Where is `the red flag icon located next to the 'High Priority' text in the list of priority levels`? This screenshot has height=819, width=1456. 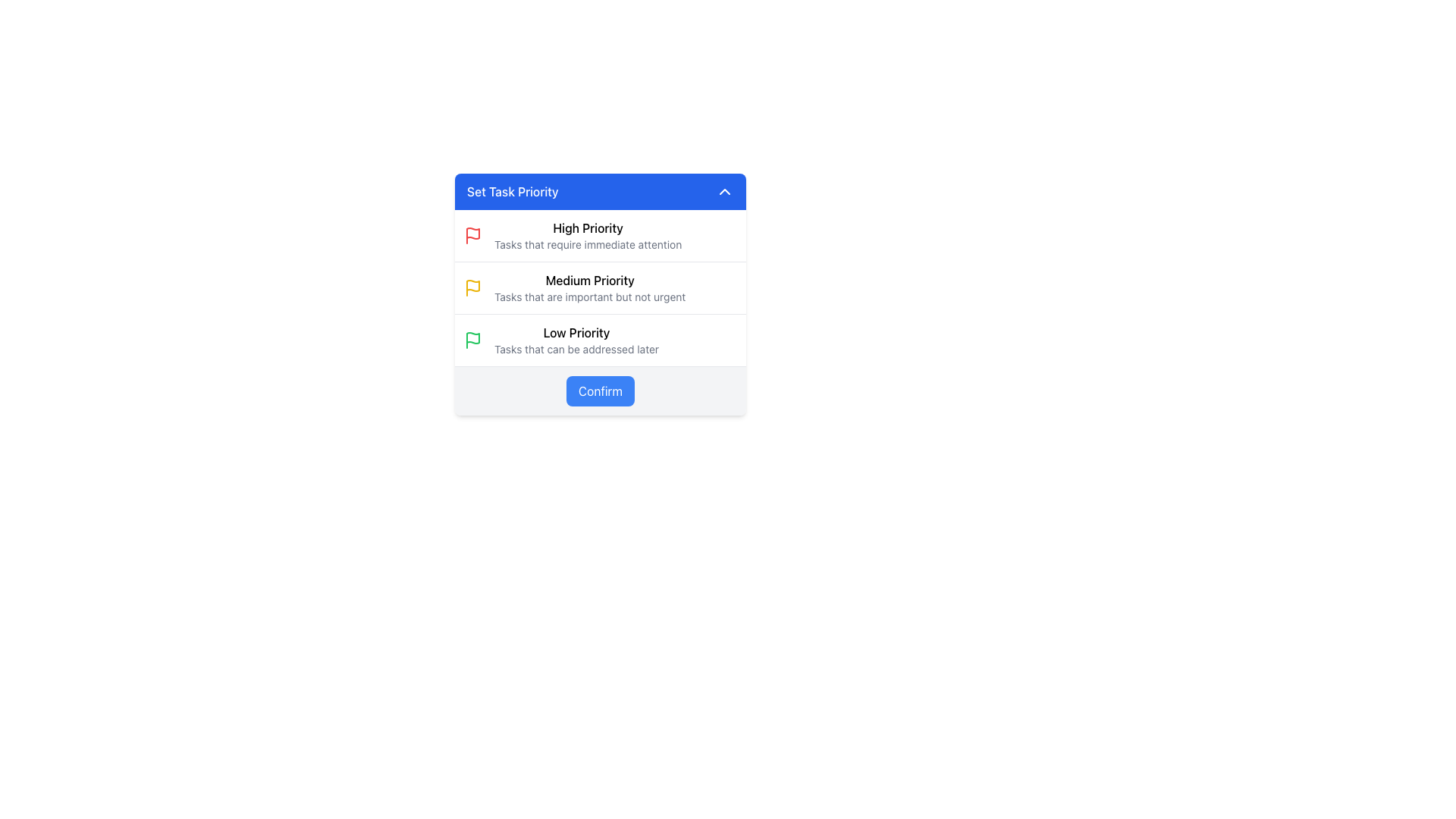 the red flag icon located next to the 'High Priority' text in the list of priority levels is located at coordinates (472, 236).